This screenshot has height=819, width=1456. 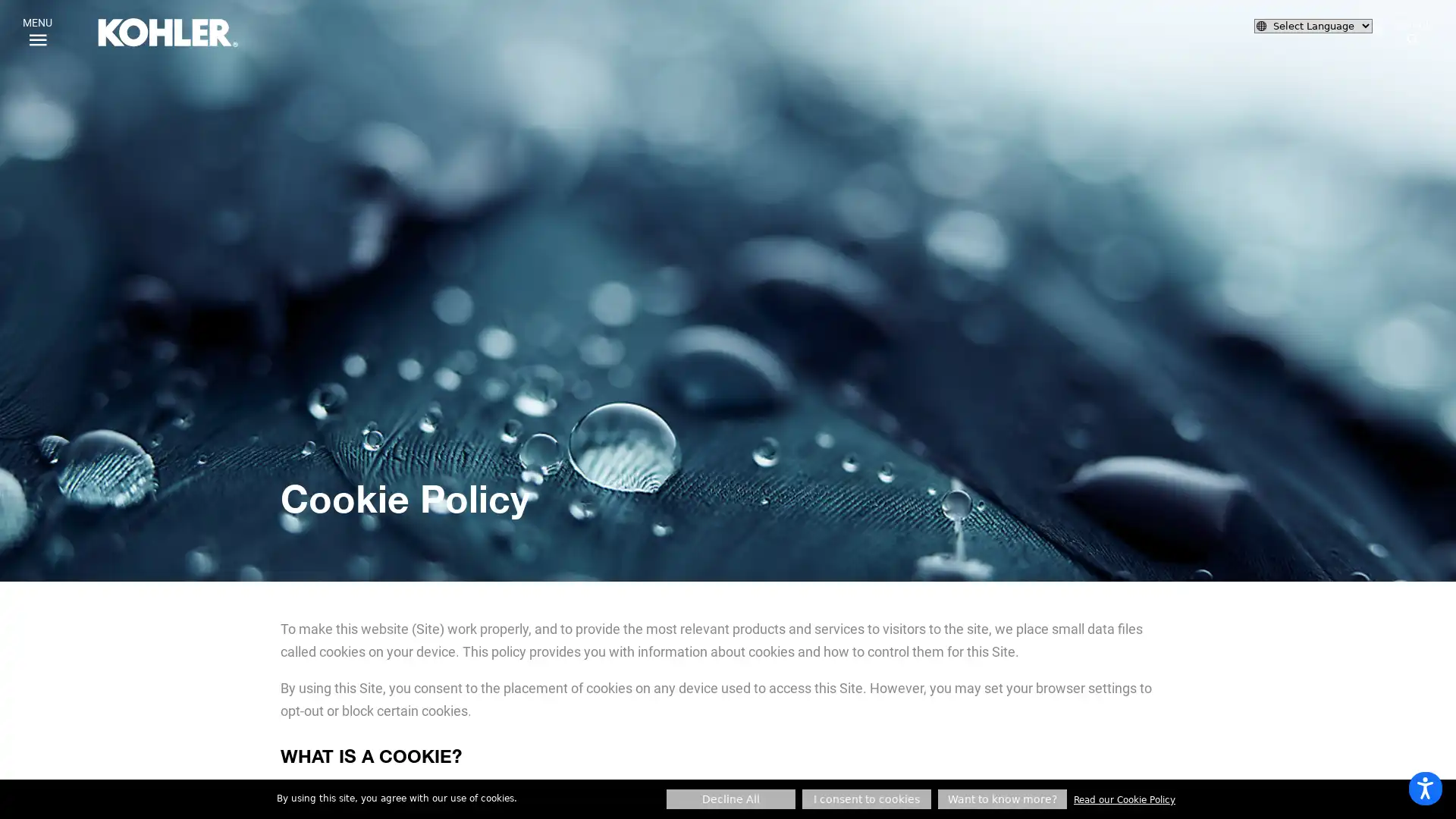 What do you see at coordinates (1423, 786) in the screenshot?
I see `Open accessibility options, statement and help` at bounding box center [1423, 786].